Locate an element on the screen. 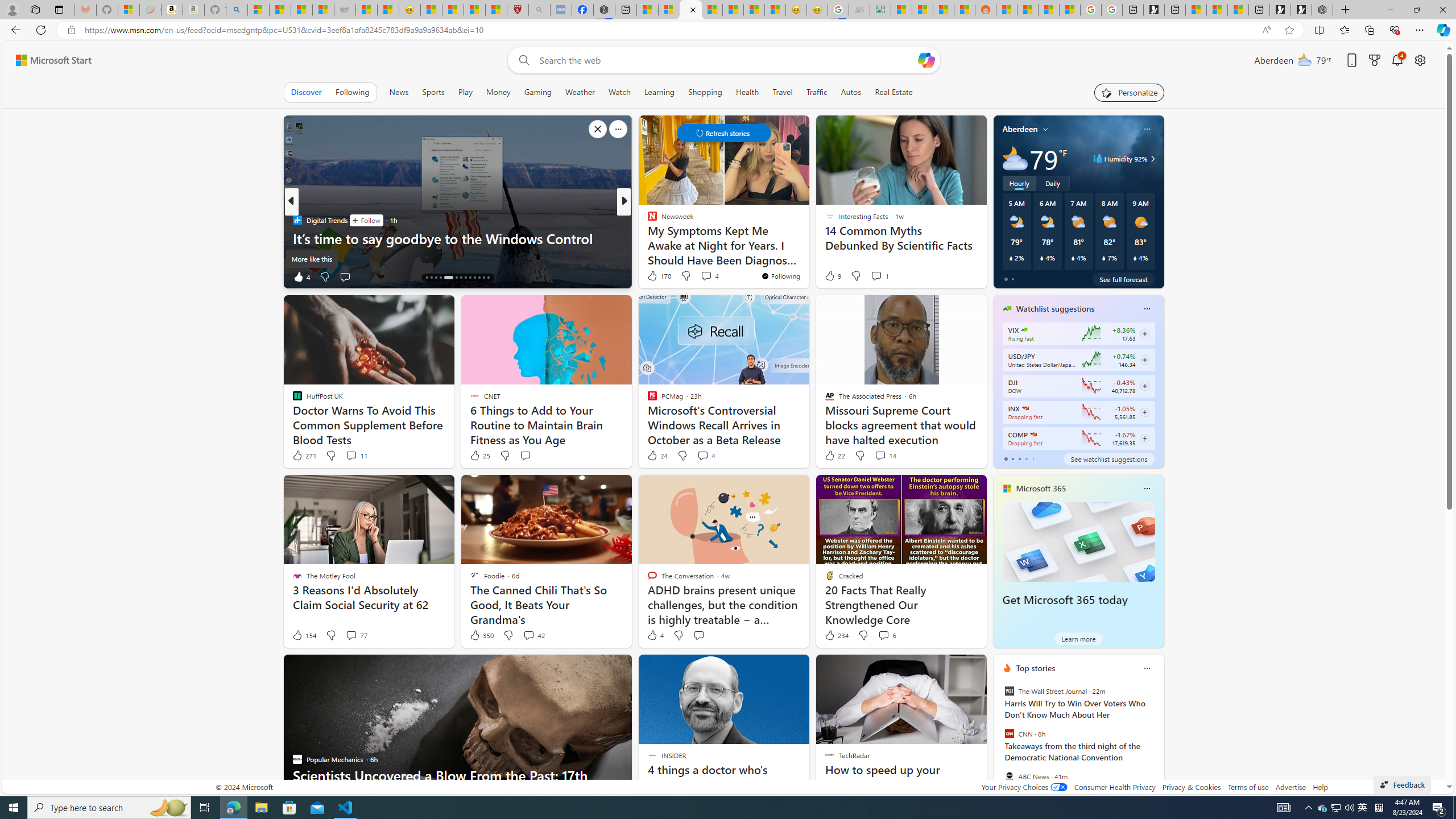 Image resolution: width=1456 pixels, height=819 pixels. 'My location' is located at coordinates (1045, 128).